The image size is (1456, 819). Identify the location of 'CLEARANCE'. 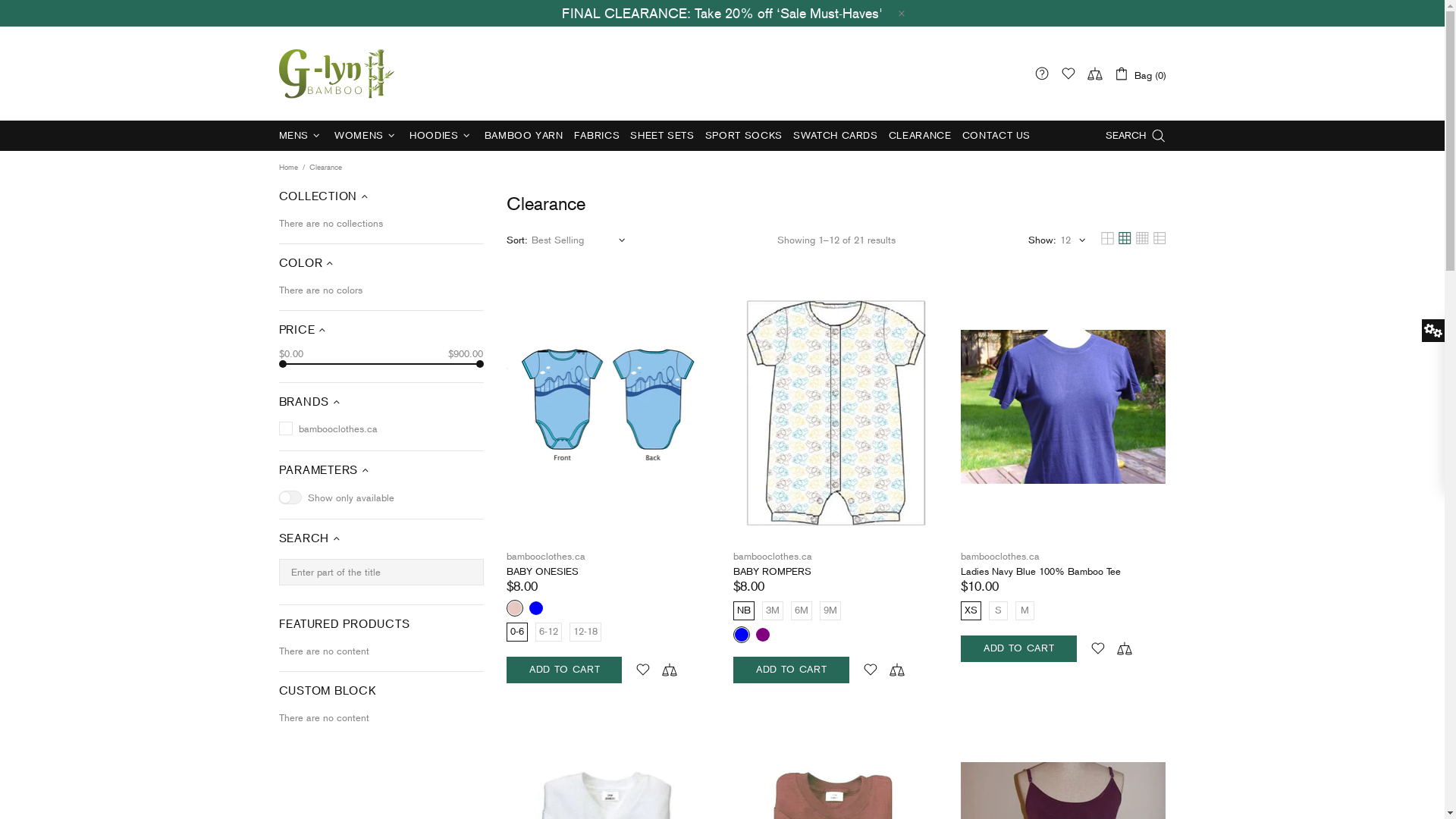
(919, 134).